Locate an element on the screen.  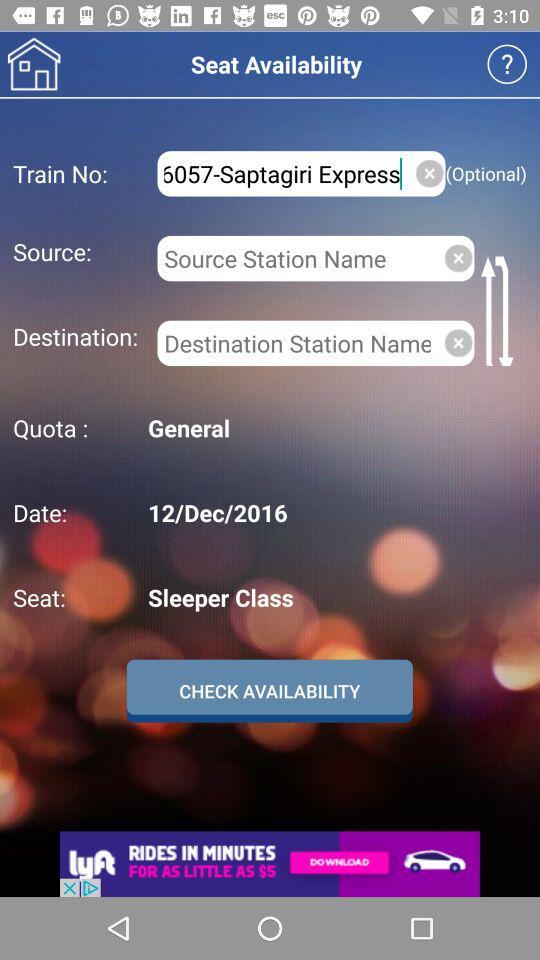
delete destination entered is located at coordinates (458, 343).